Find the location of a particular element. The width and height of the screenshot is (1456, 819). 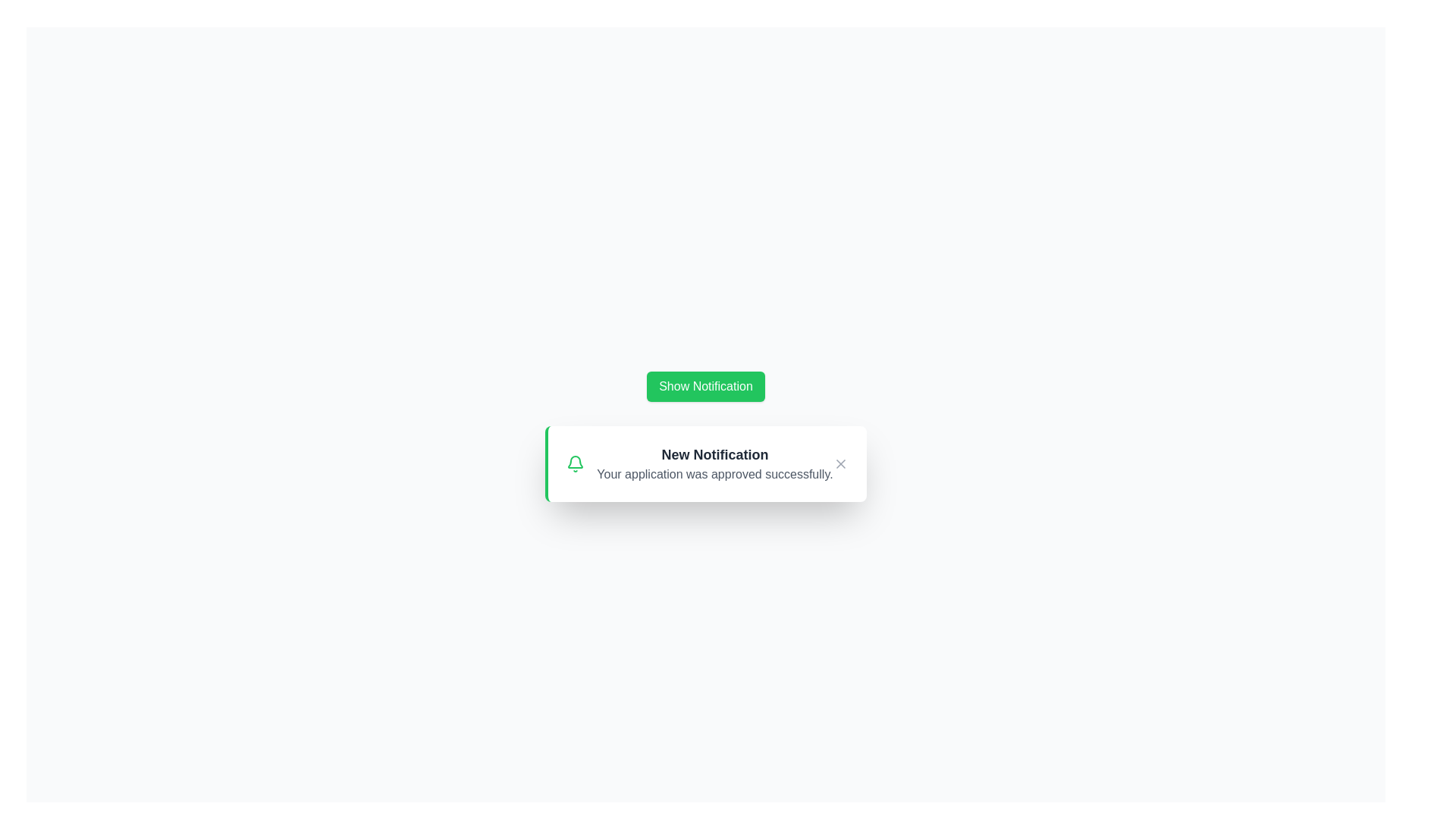

text notification displaying 'Your application was approved successfully.' which is located beneath the title 'New Notification' in the notification area is located at coordinates (714, 473).